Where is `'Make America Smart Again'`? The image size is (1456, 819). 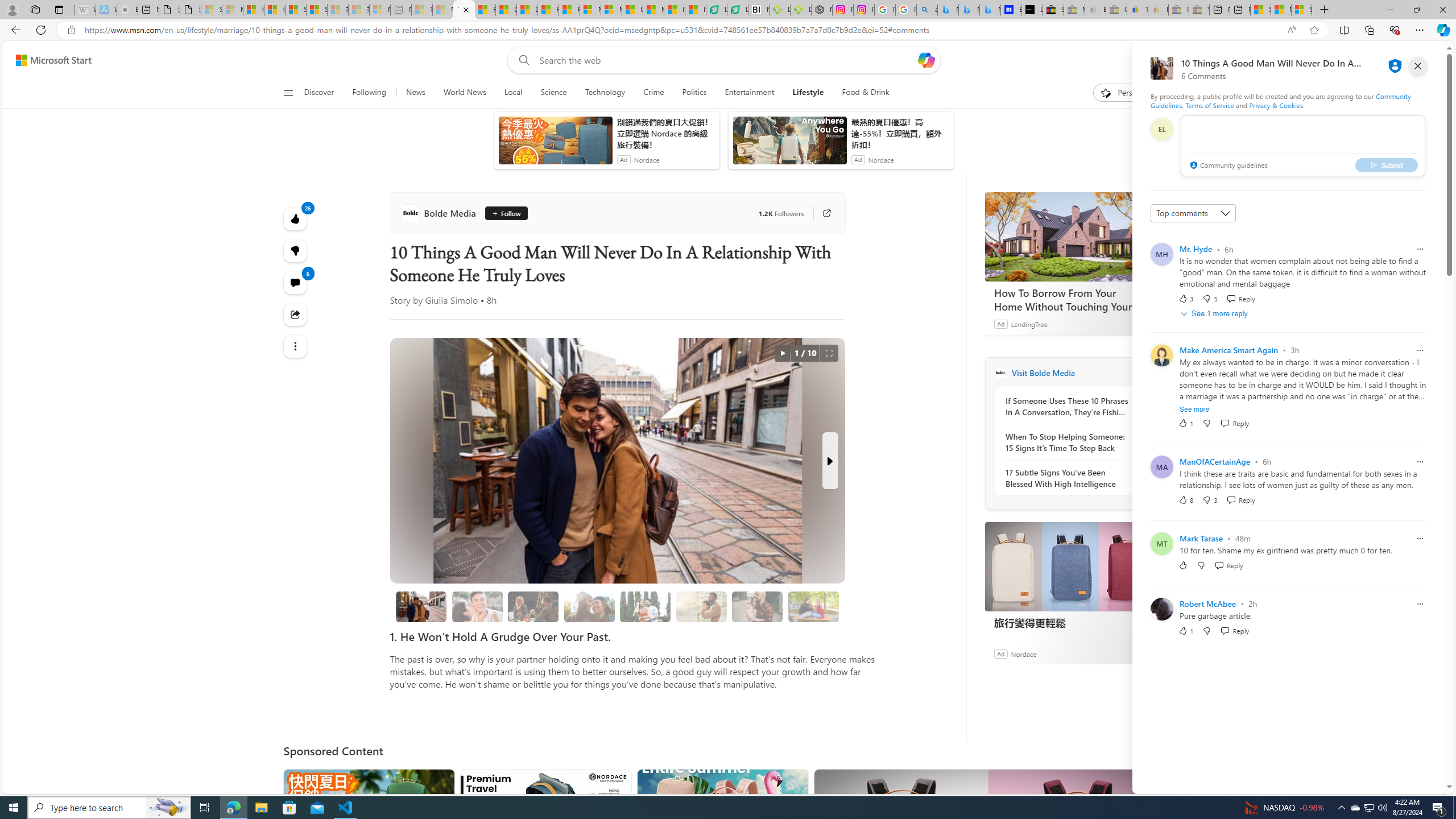
'Make America Smart Again' is located at coordinates (1228, 349).